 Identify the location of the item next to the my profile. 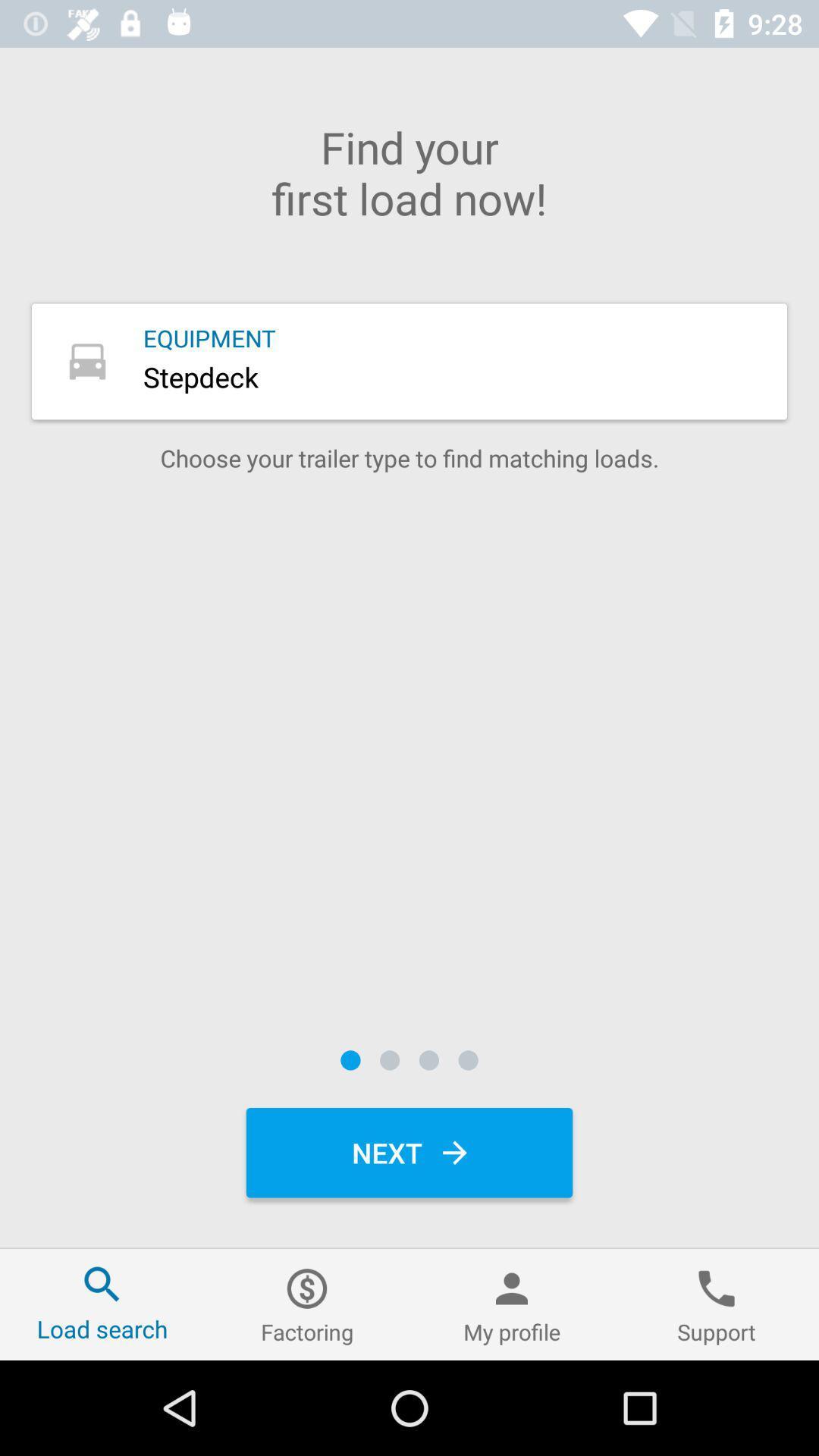
(717, 1304).